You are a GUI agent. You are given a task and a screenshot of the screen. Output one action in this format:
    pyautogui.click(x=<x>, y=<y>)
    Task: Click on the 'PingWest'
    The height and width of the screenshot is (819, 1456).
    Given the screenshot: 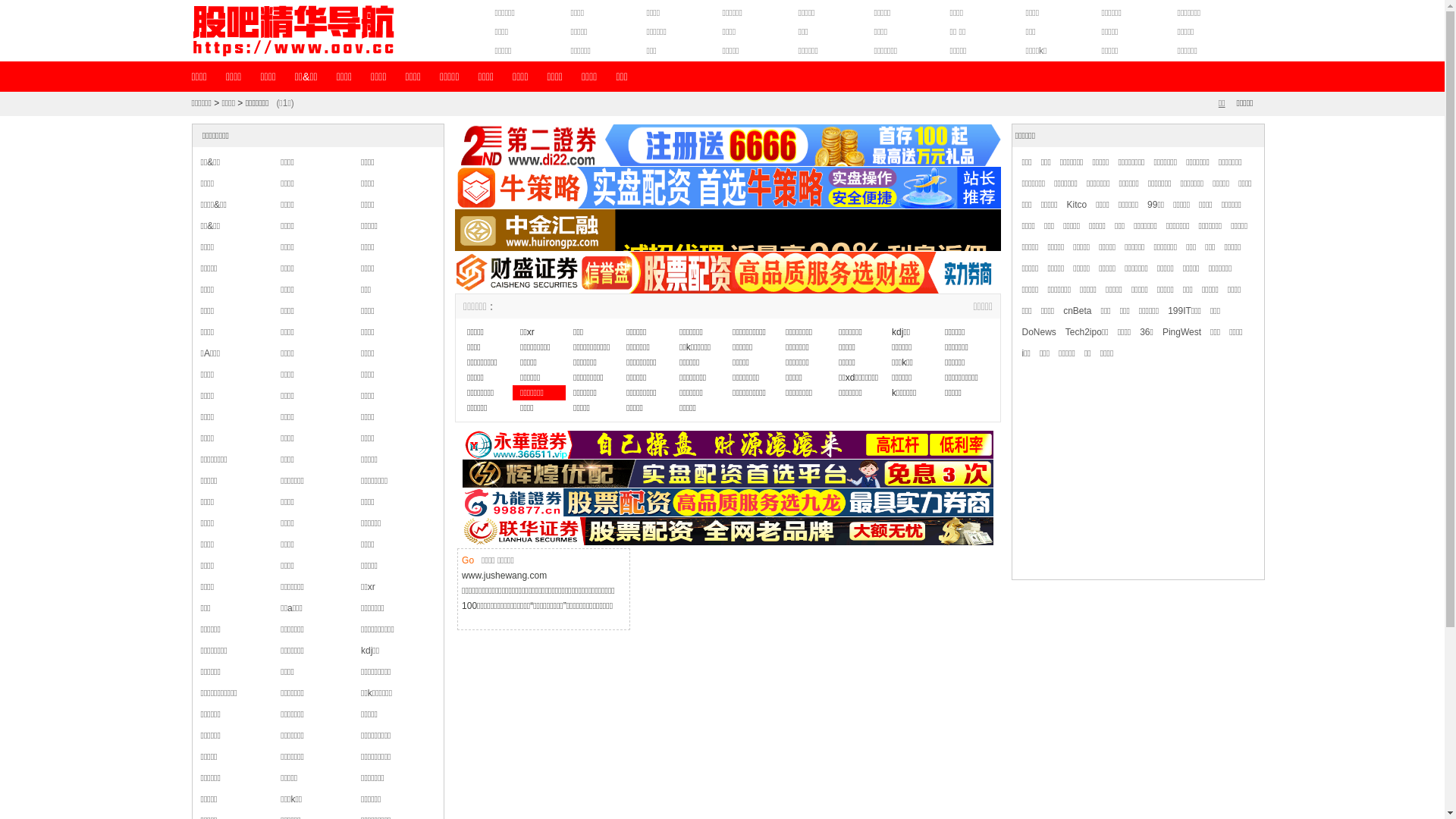 What is the action you would take?
    pyautogui.click(x=1159, y=331)
    